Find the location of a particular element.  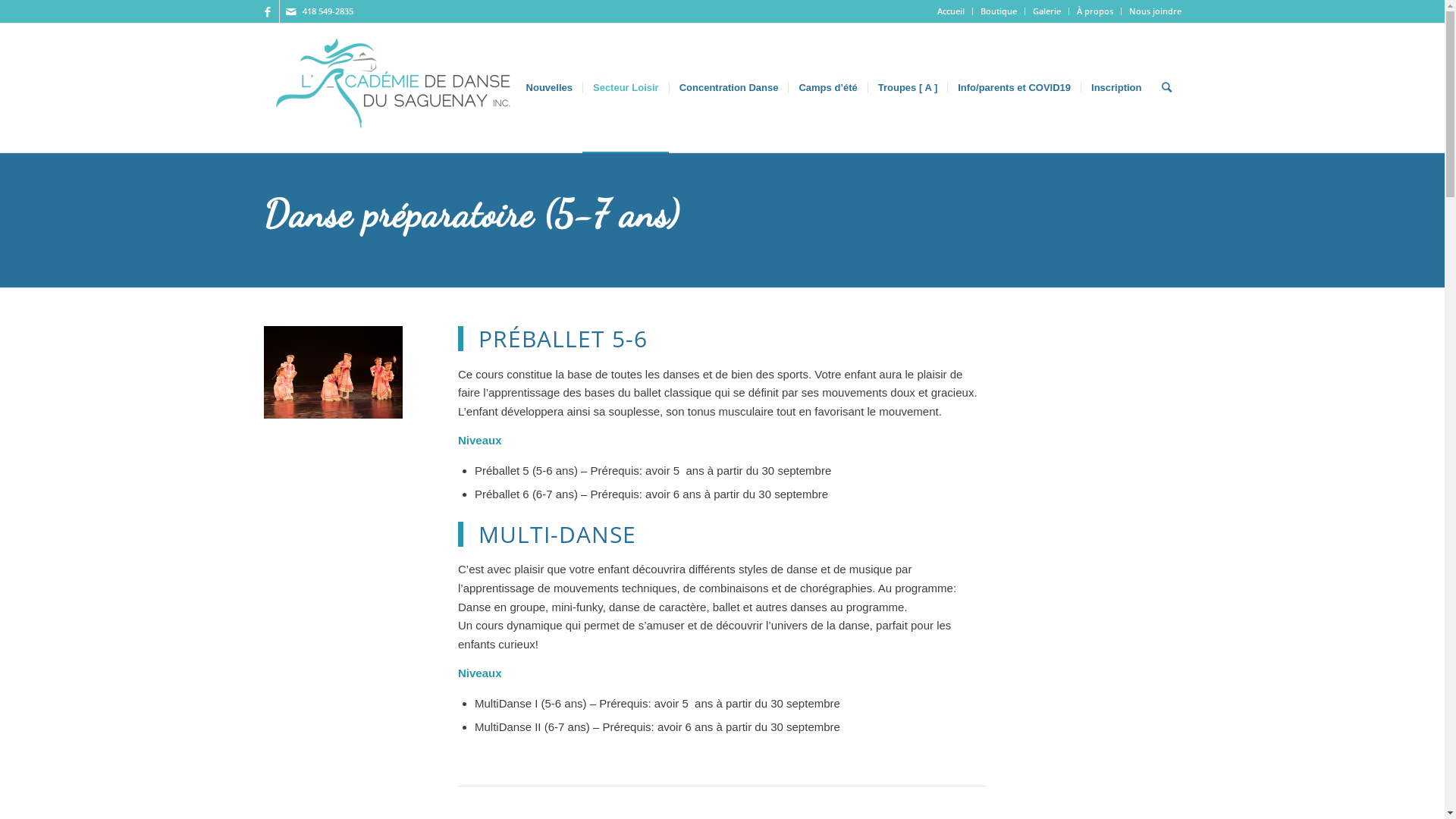

'Galerie' is located at coordinates (1046, 11).